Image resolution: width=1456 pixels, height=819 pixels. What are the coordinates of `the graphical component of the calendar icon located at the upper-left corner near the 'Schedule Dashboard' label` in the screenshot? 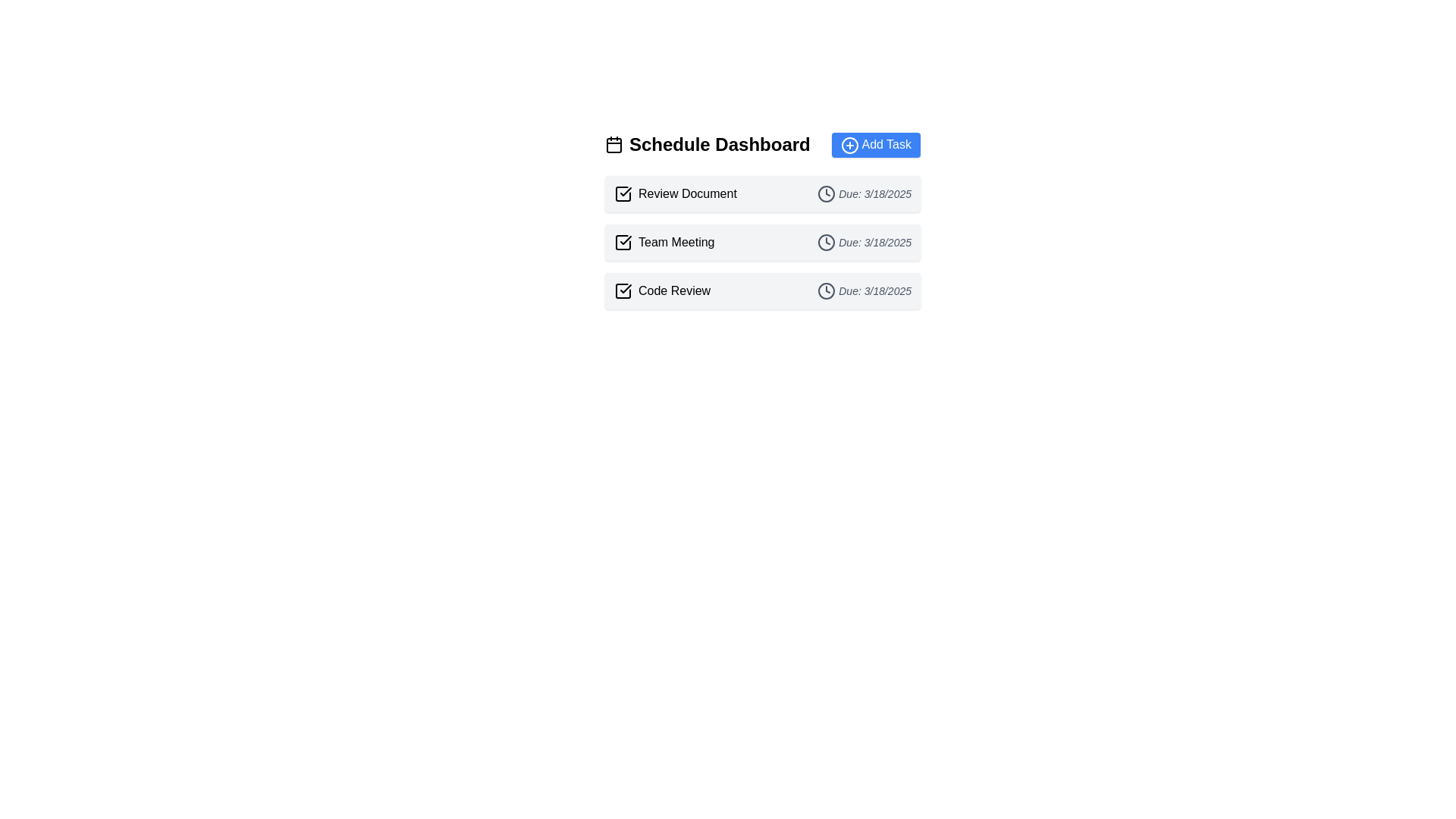 It's located at (614, 146).